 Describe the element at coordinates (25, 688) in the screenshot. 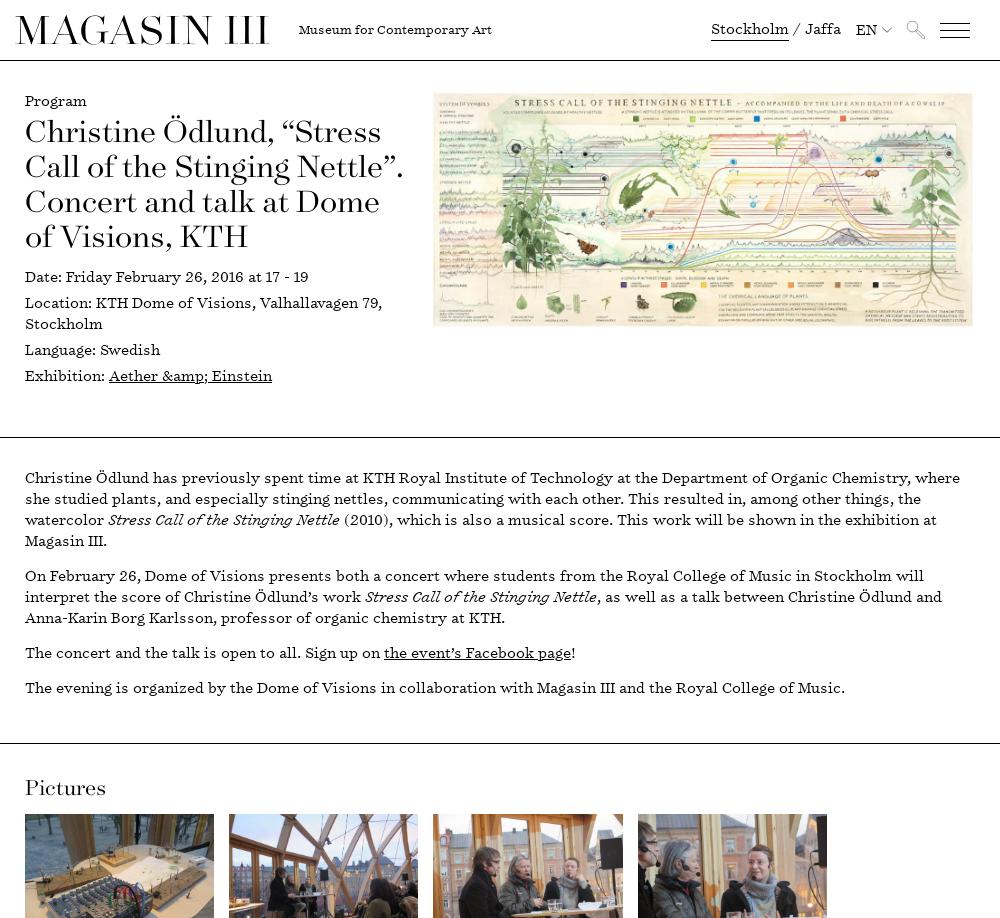

I see `'The evening is organized by the Dome of Visions in collaboration with Magasin III and the Royal College of Music.'` at that location.